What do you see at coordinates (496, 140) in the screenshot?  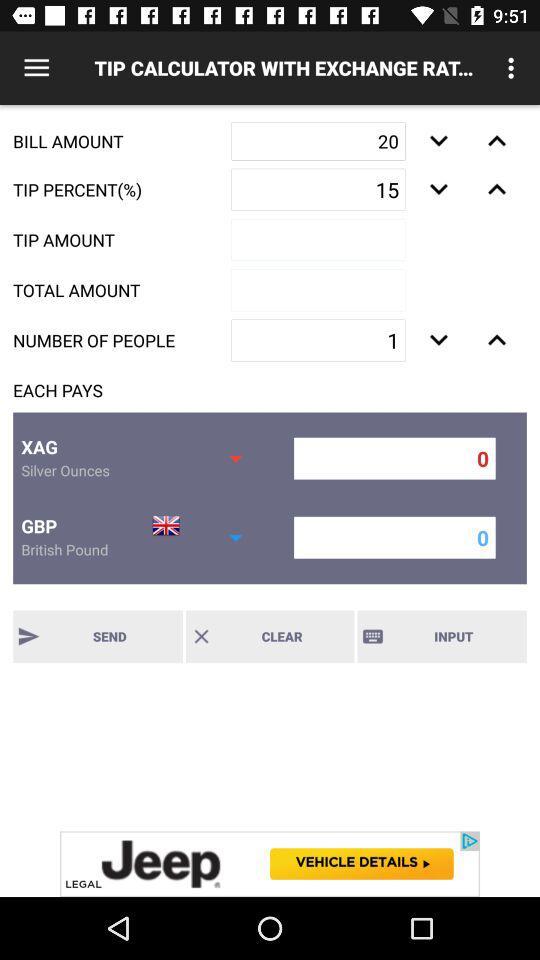 I see `the expand_less icon` at bounding box center [496, 140].